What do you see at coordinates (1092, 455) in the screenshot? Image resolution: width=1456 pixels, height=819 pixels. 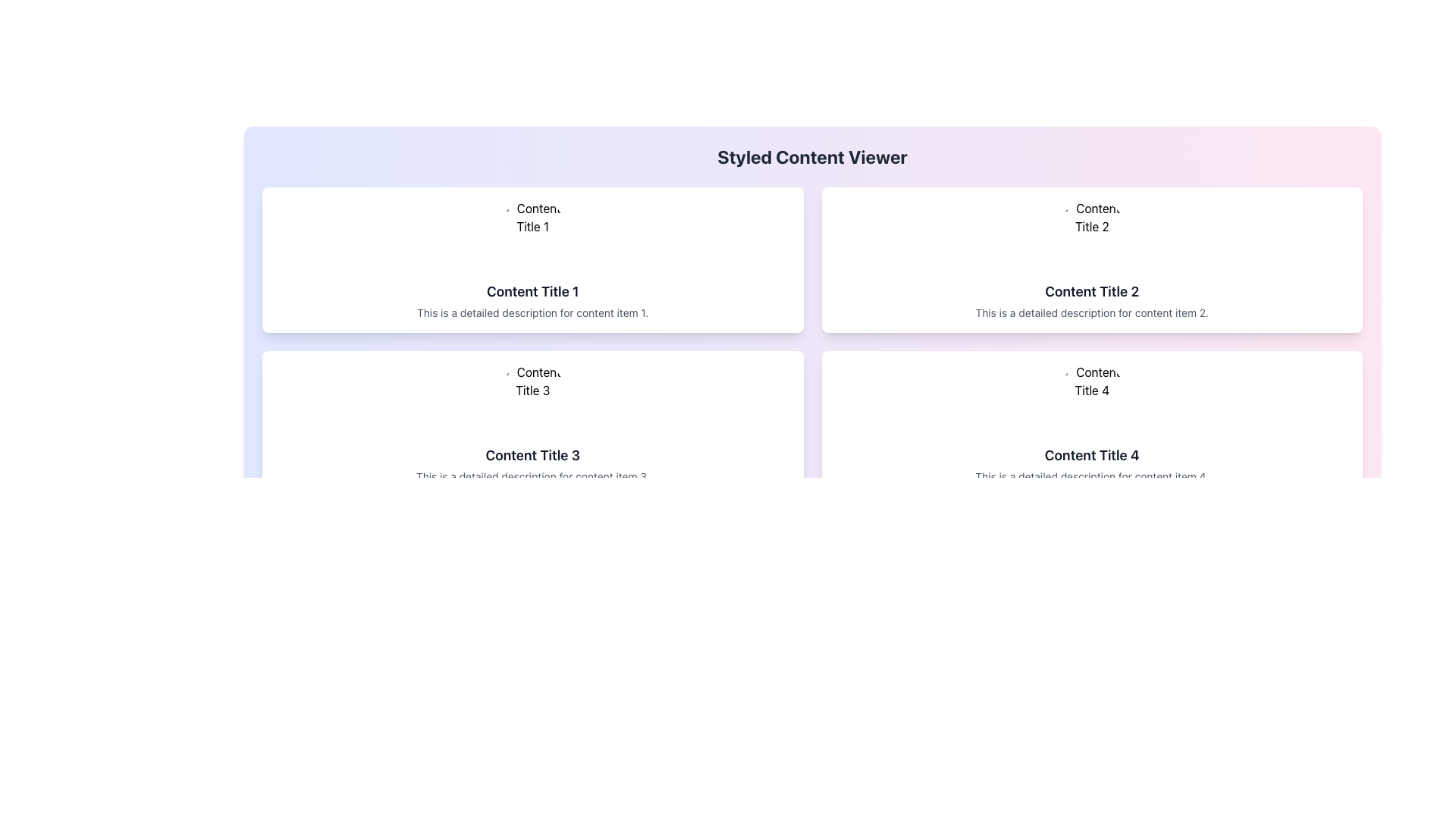 I see `the text 'Content Title 4' which is styled in bold, larger font and located in the lower-right card of a four-card grid layout` at bounding box center [1092, 455].